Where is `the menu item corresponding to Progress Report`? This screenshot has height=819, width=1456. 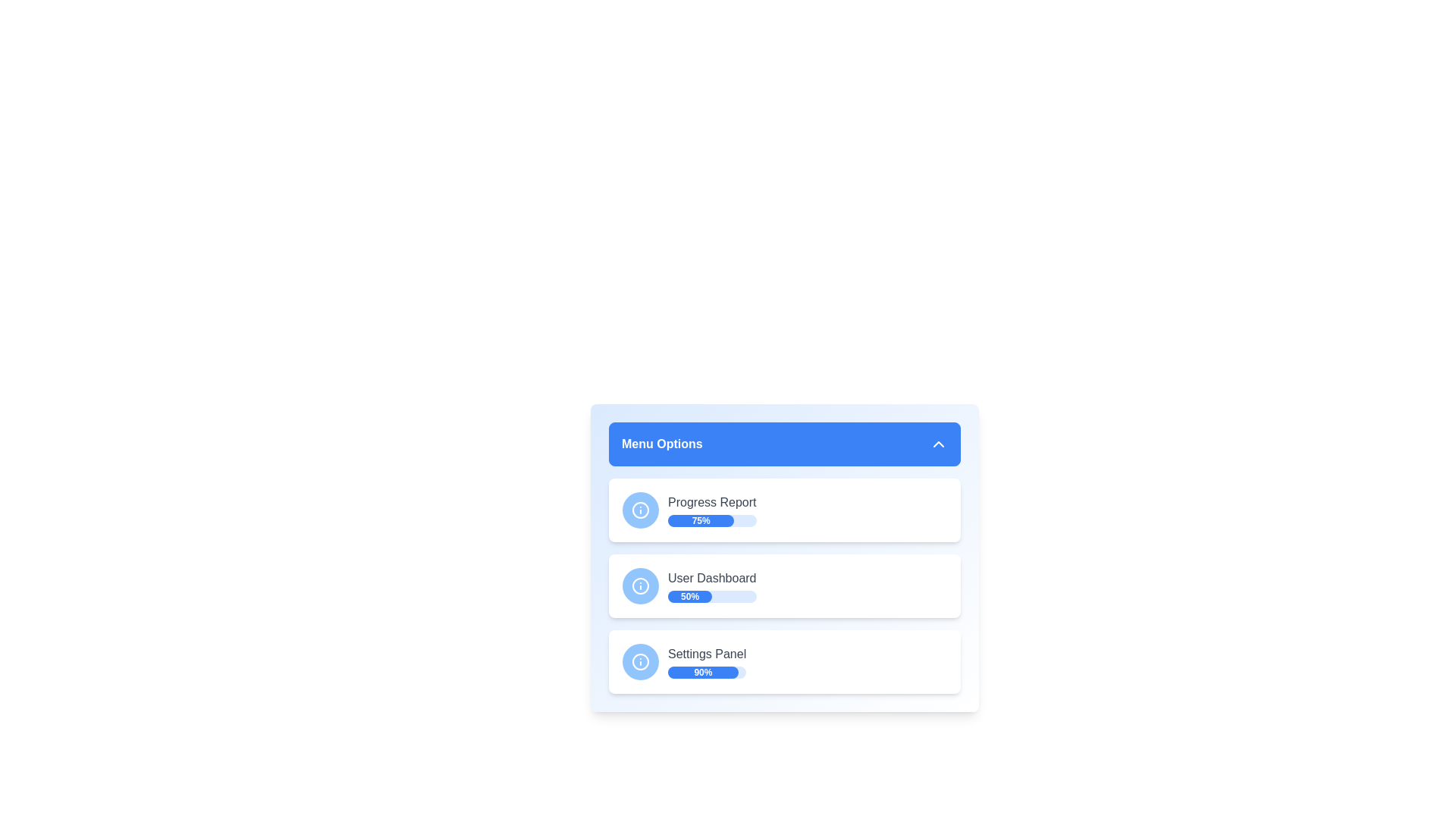
the menu item corresponding to Progress Report is located at coordinates (785, 510).